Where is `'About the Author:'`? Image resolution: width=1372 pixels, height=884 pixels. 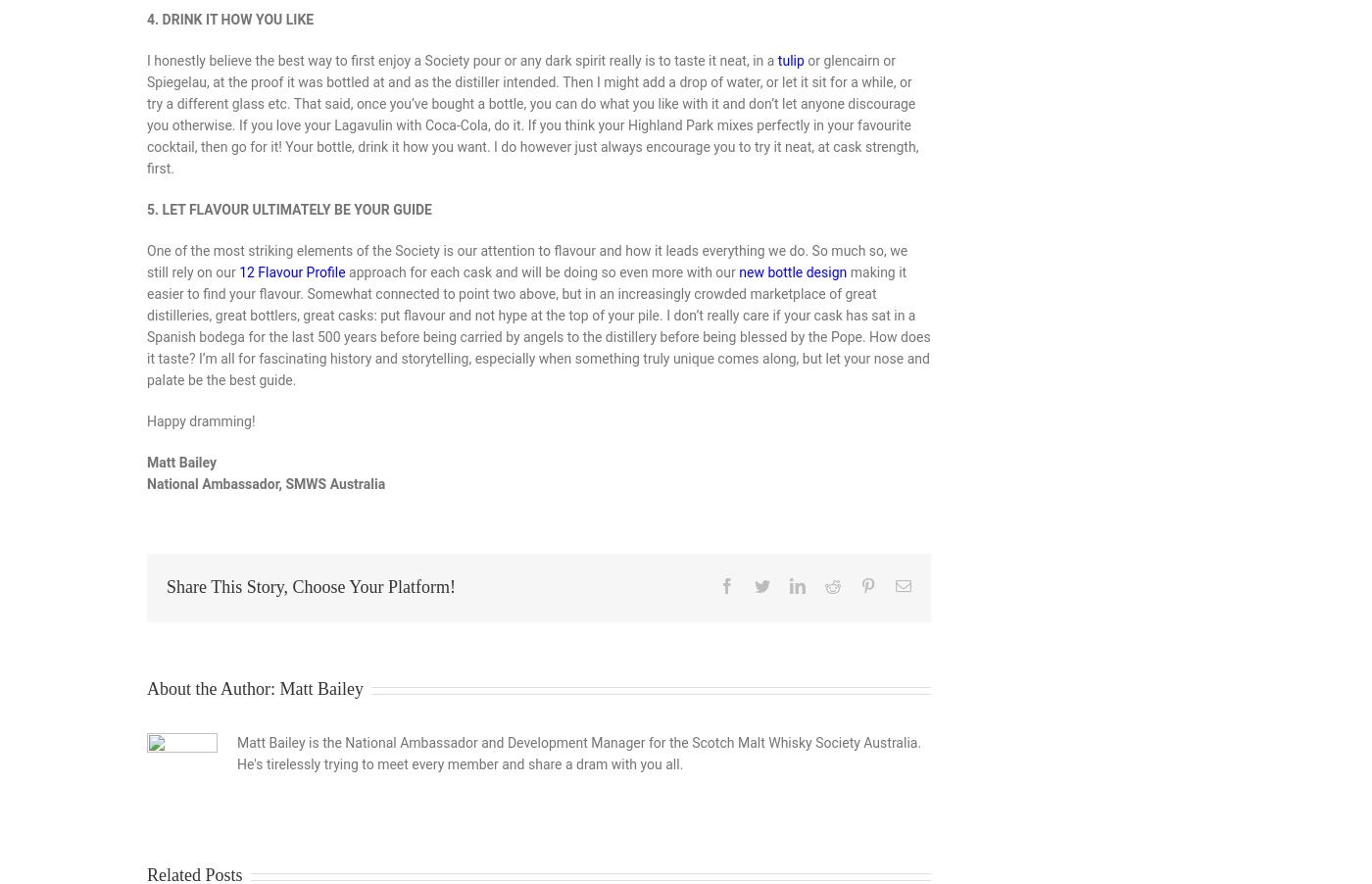 'About the Author:' is located at coordinates (213, 689).